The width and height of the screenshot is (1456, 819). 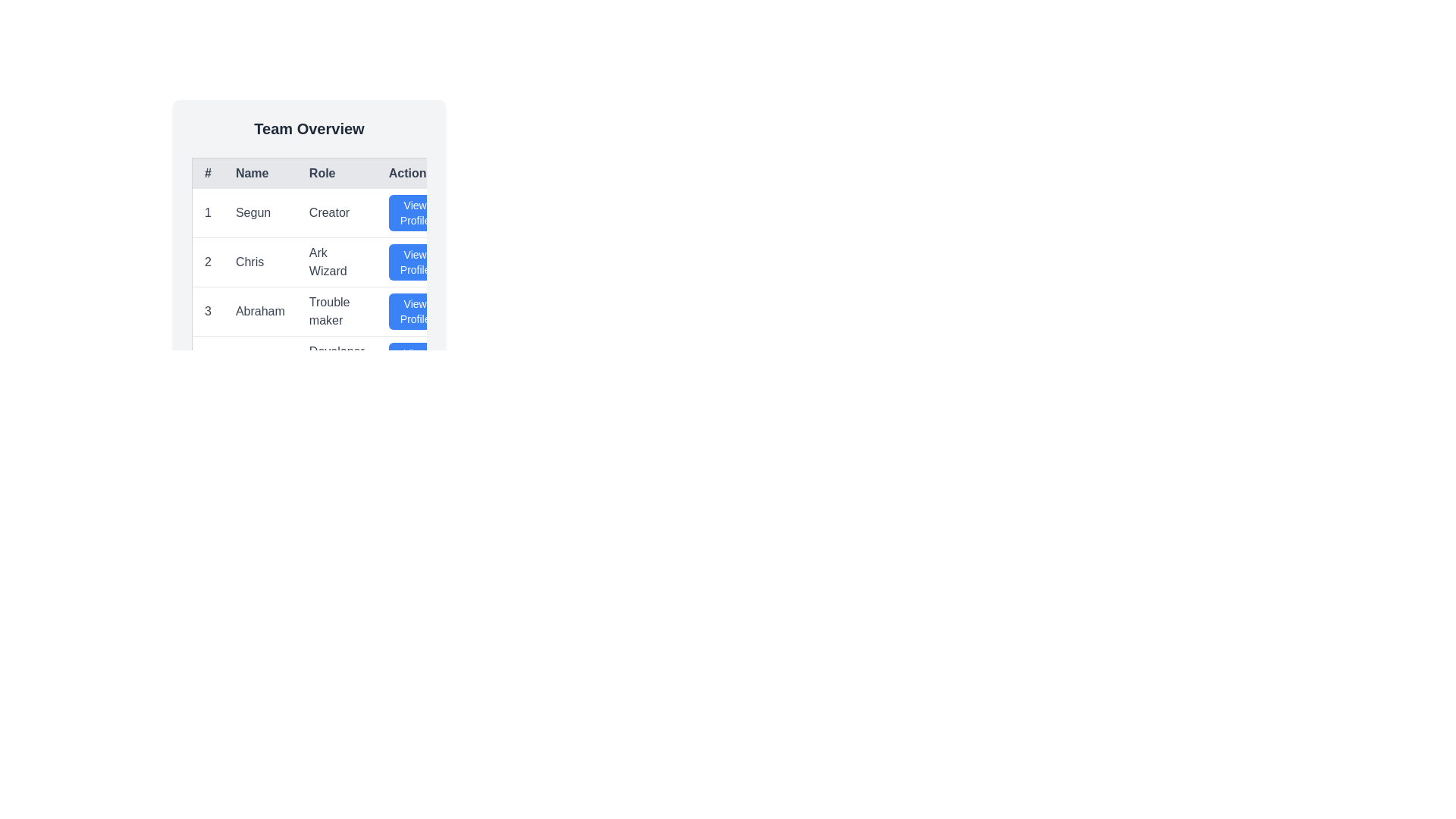 I want to click on the Text Label that identifies the first entry in the table, positioned in the first column and first row, above the '2' entry and aligned to the left of the 'Segun' text, so click(x=207, y=213).